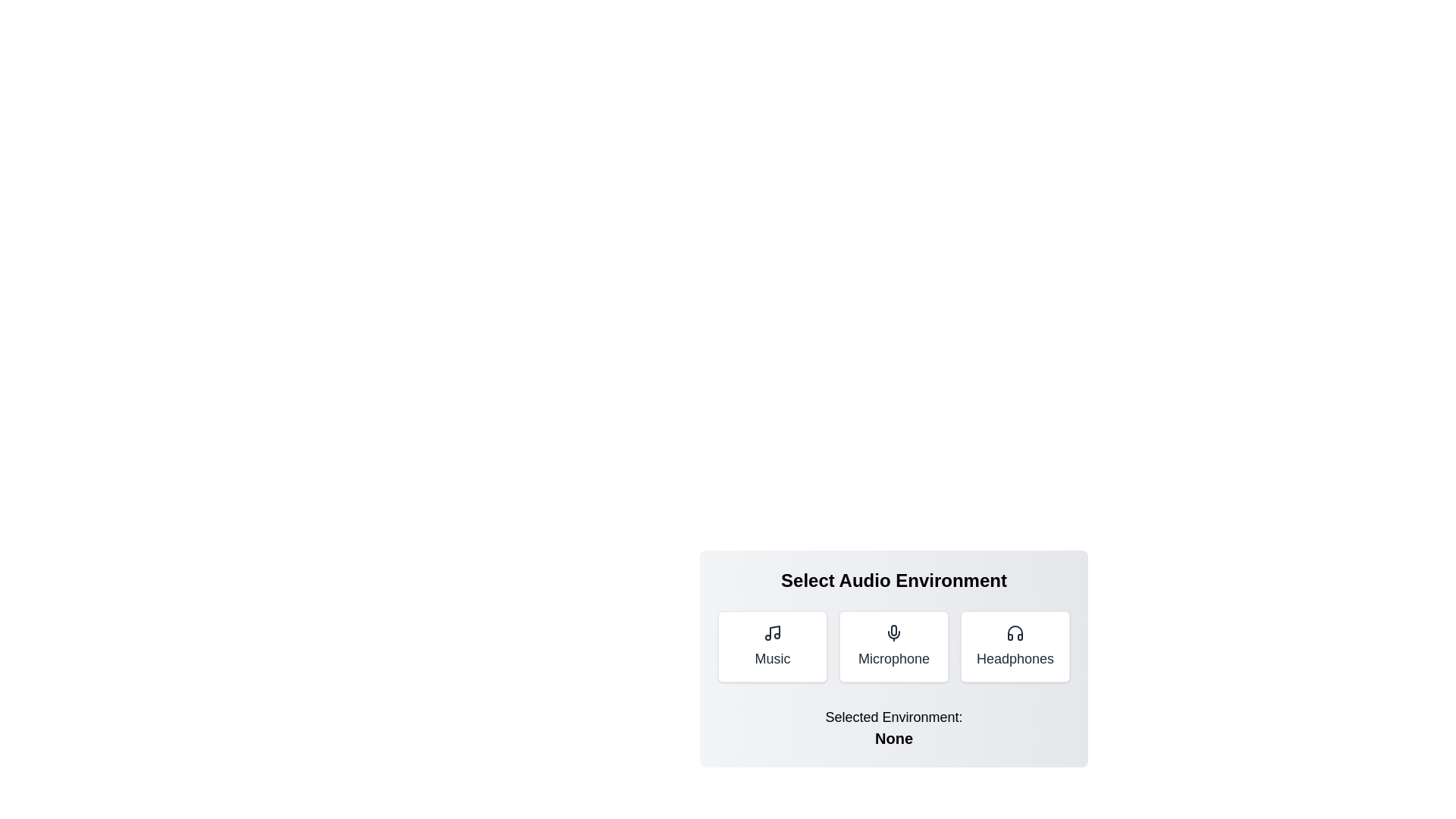 The image size is (1456, 819). What do you see at coordinates (1015, 632) in the screenshot?
I see `the headphones icon located within the button labeled 'Headphones', which is the rightmost of three buttons in a horizontal layout` at bounding box center [1015, 632].